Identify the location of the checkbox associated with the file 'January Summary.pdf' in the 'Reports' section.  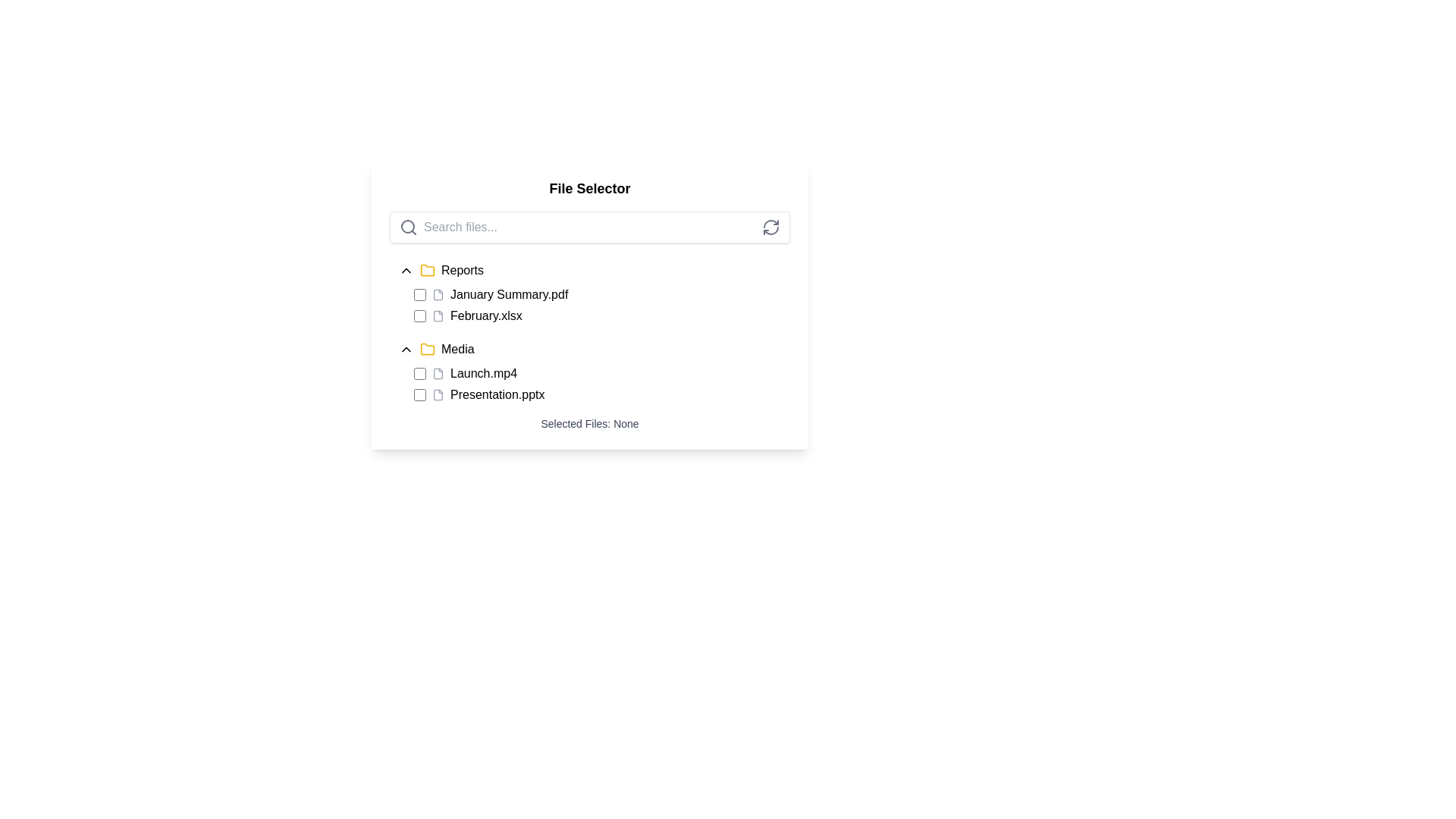
(419, 295).